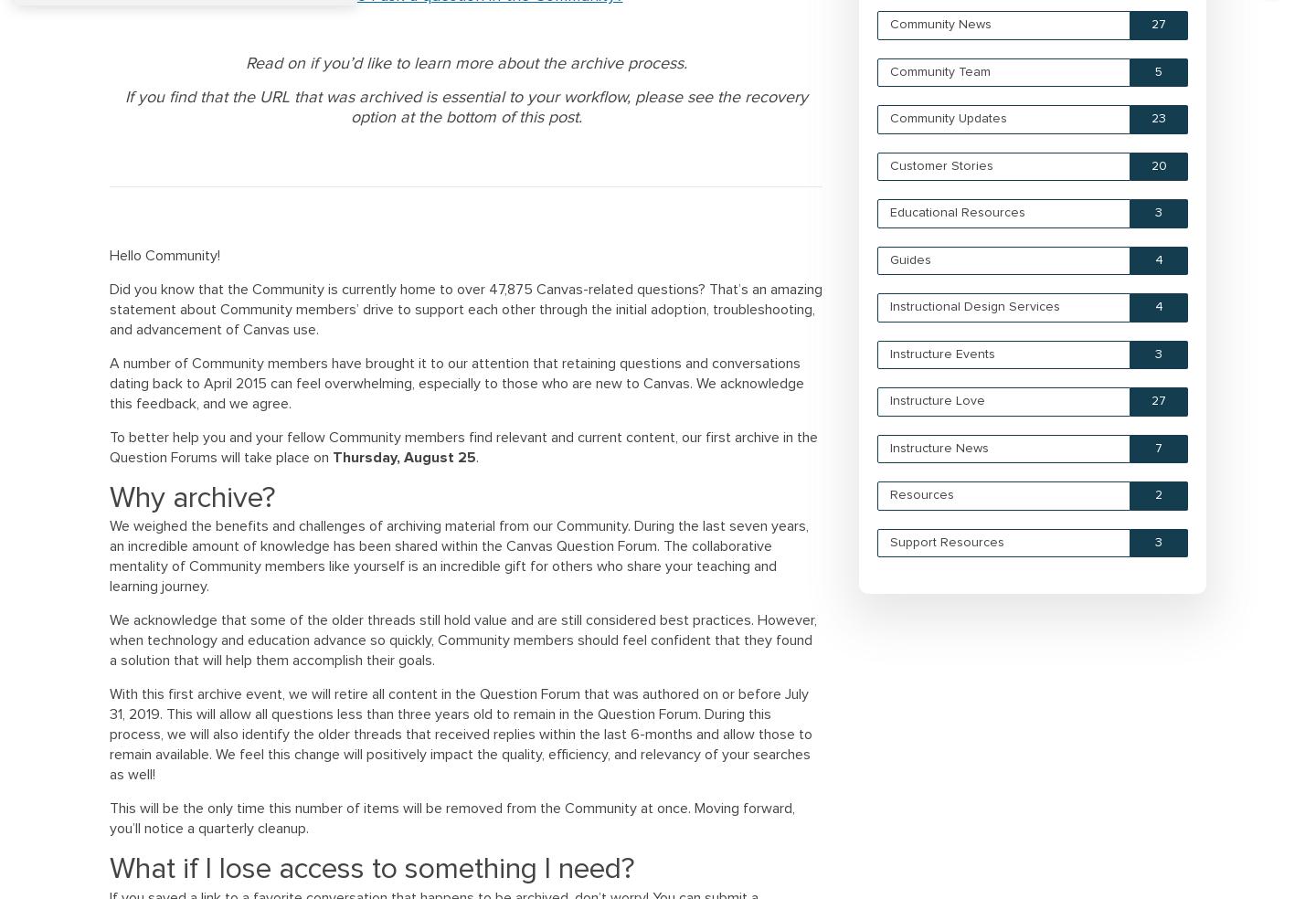 This screenshot has width=1316, height=899. What do you see at coordinates (940, 23) in the screenshot?
I see `'Community News'` at bounding box center [940, 23].